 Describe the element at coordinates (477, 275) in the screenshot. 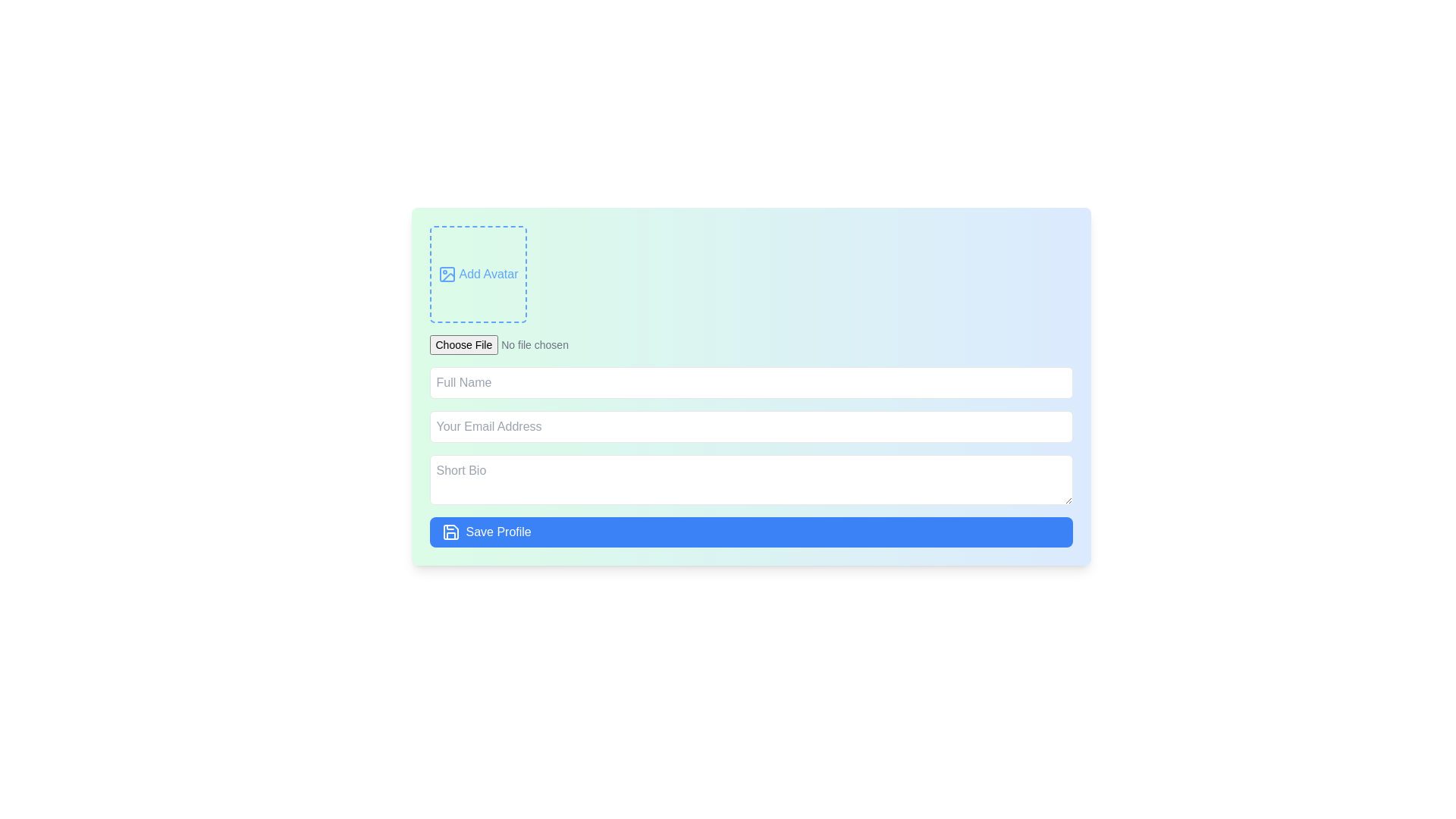

I see `the avatar upload button located at the top-right corner of the form layout, which serves as a placeholder for adding or uploading an avatar image` at that location.